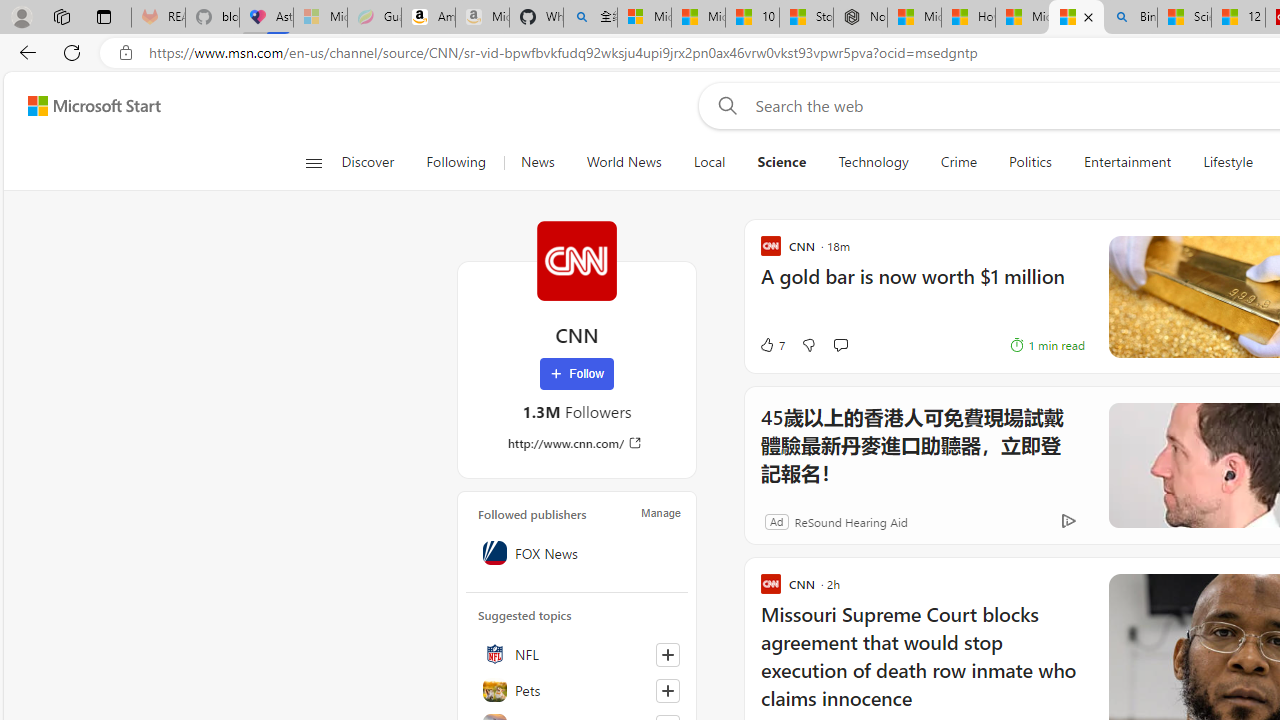 This screenshot has width=1280, height=720. Describe the element at coordinates (576, 374) in the screenshot. I see `'Follow'` at that location.